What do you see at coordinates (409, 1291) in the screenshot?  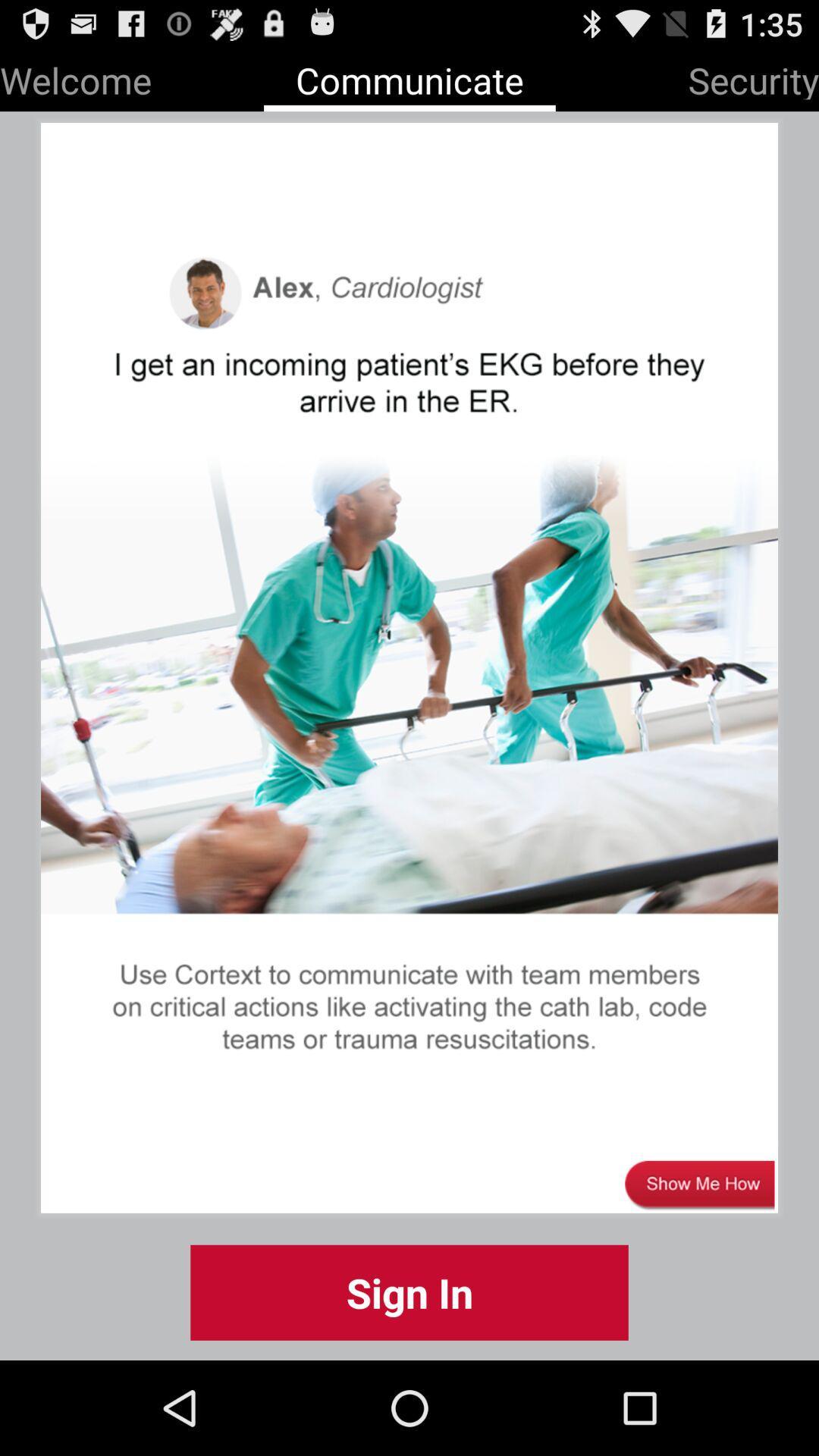 I see `the sign in button` at bounding box center [409, 1291].